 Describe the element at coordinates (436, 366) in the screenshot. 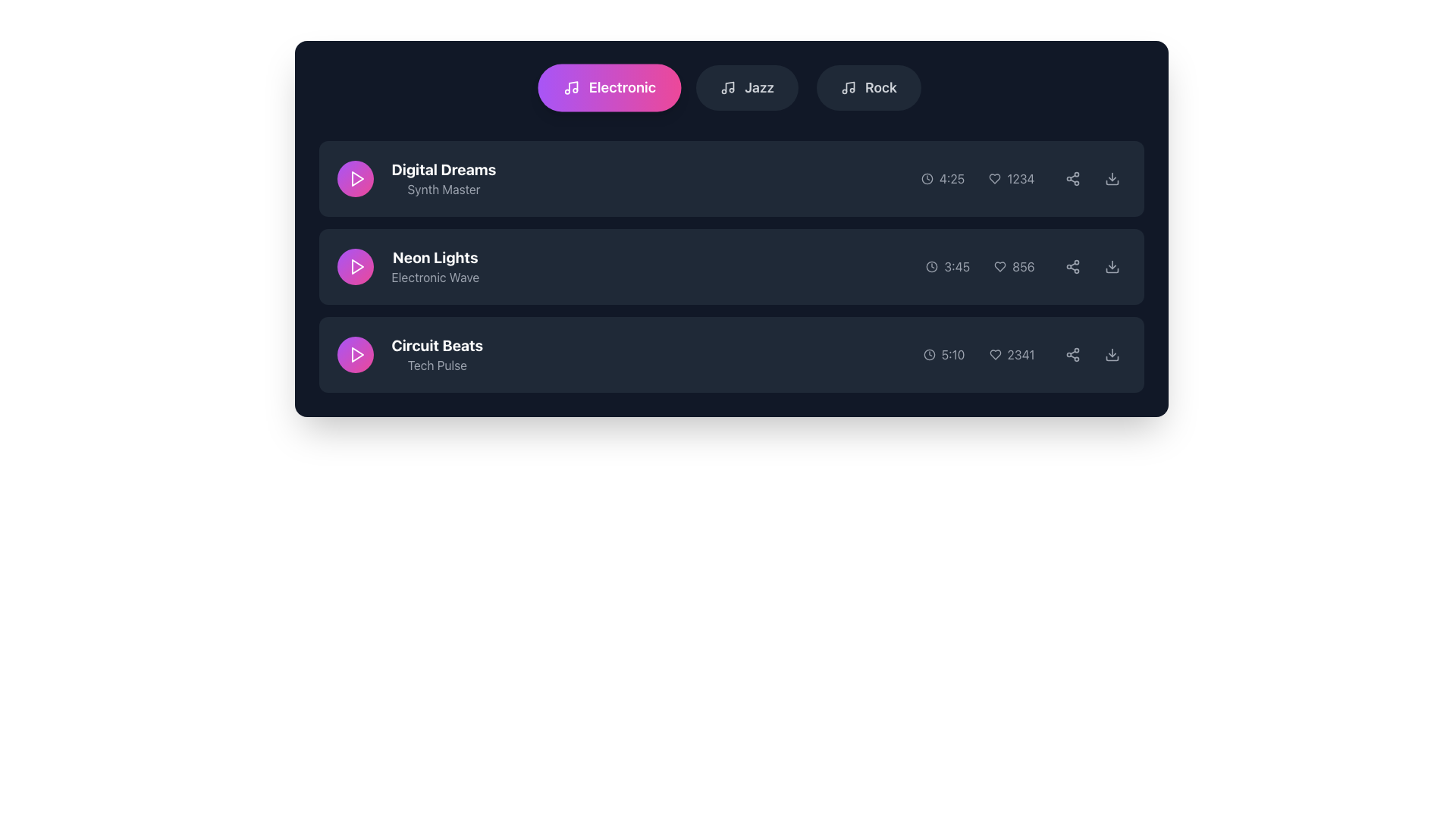

I see `the 'Tech Pulse' text element, which is a gray subtitle located directly below the 'Circuit Beats' title in the playlist interface` at that location.